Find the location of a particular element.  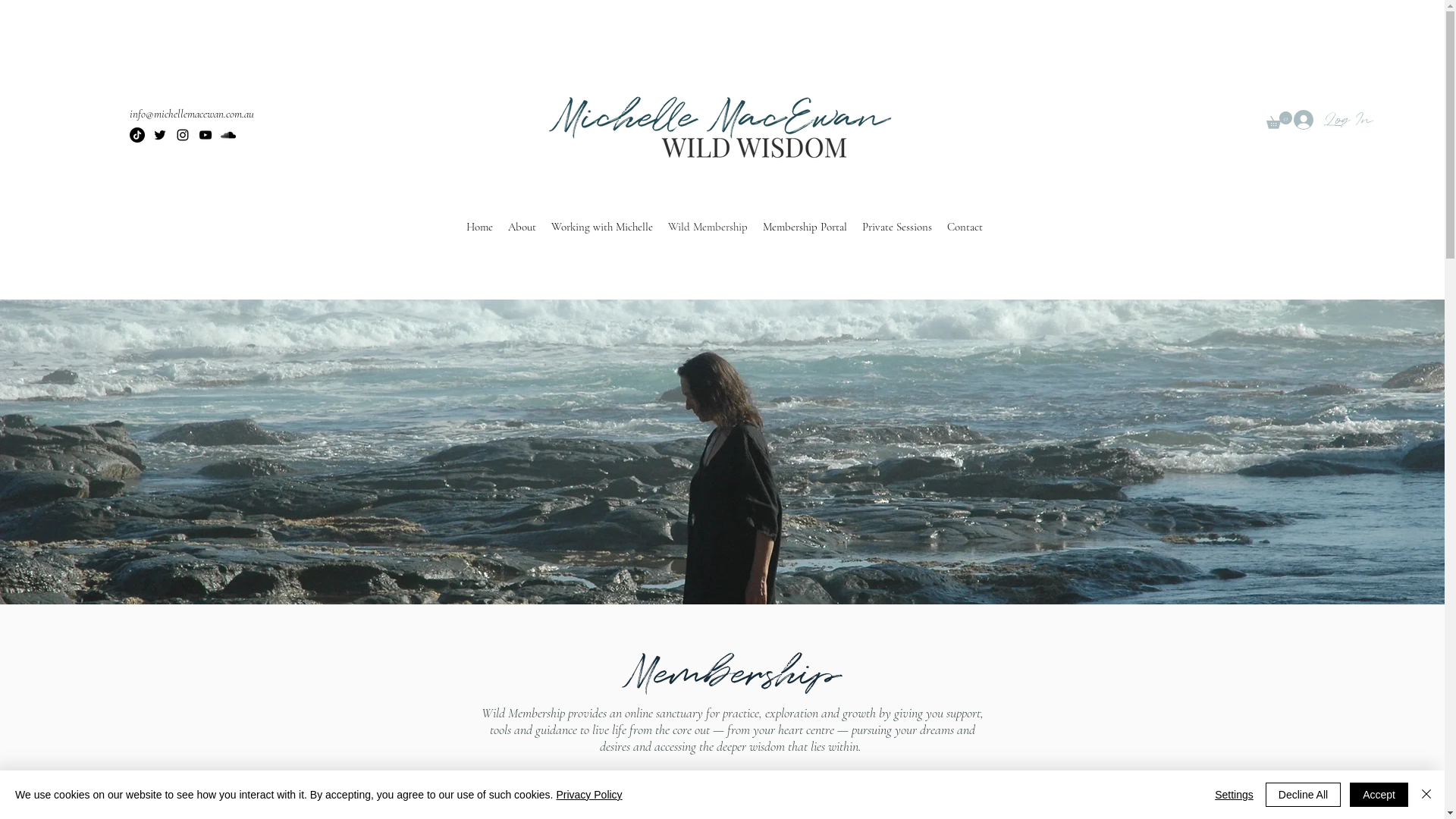

'Home' is located at coordinates (457, 227).